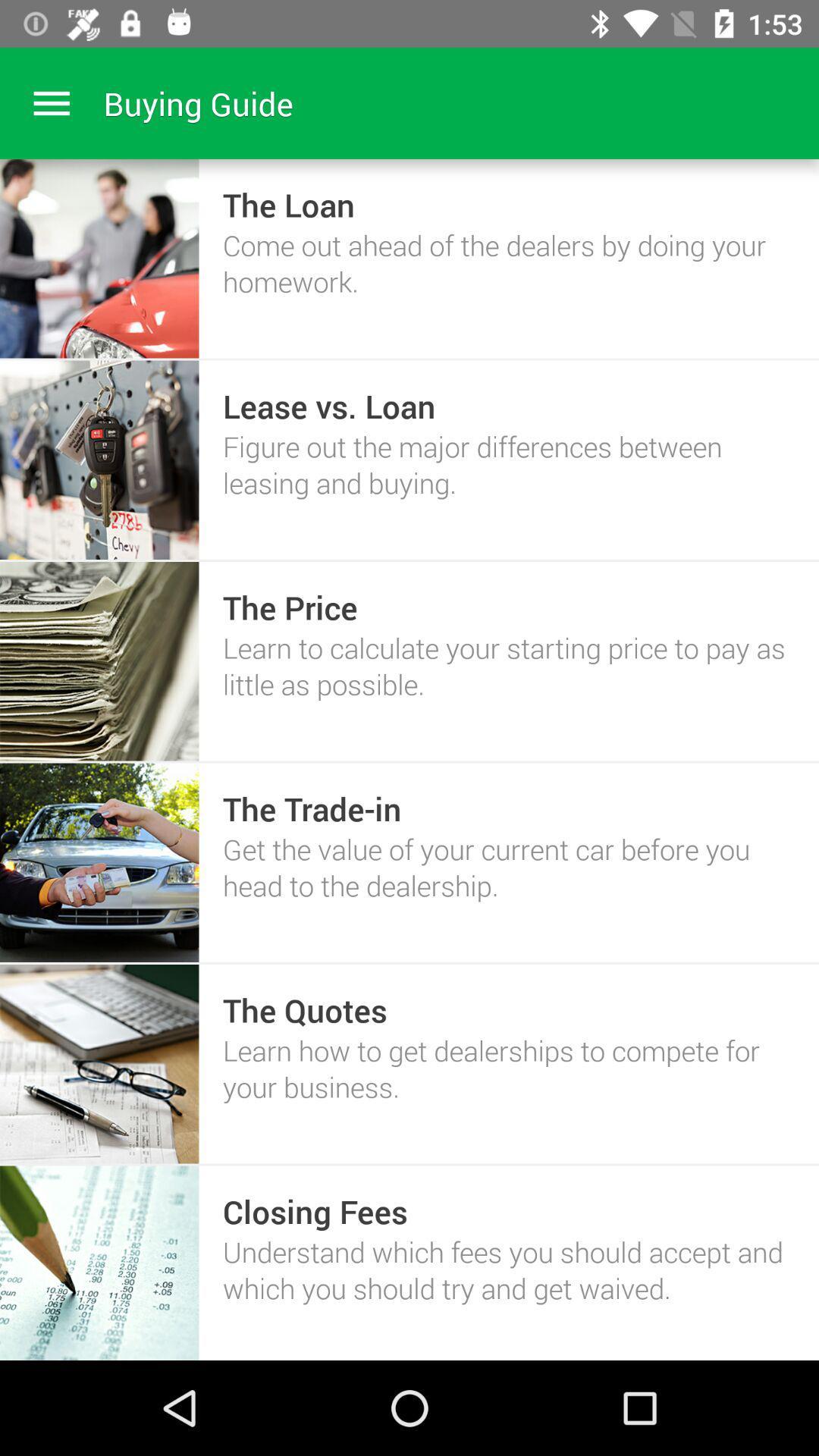 This screenshot has height=1456, width=819. What do you see at coordinates (509, 867) in the screenshot?
I see `icon above the the quotes` at bounding box center [509, 867].